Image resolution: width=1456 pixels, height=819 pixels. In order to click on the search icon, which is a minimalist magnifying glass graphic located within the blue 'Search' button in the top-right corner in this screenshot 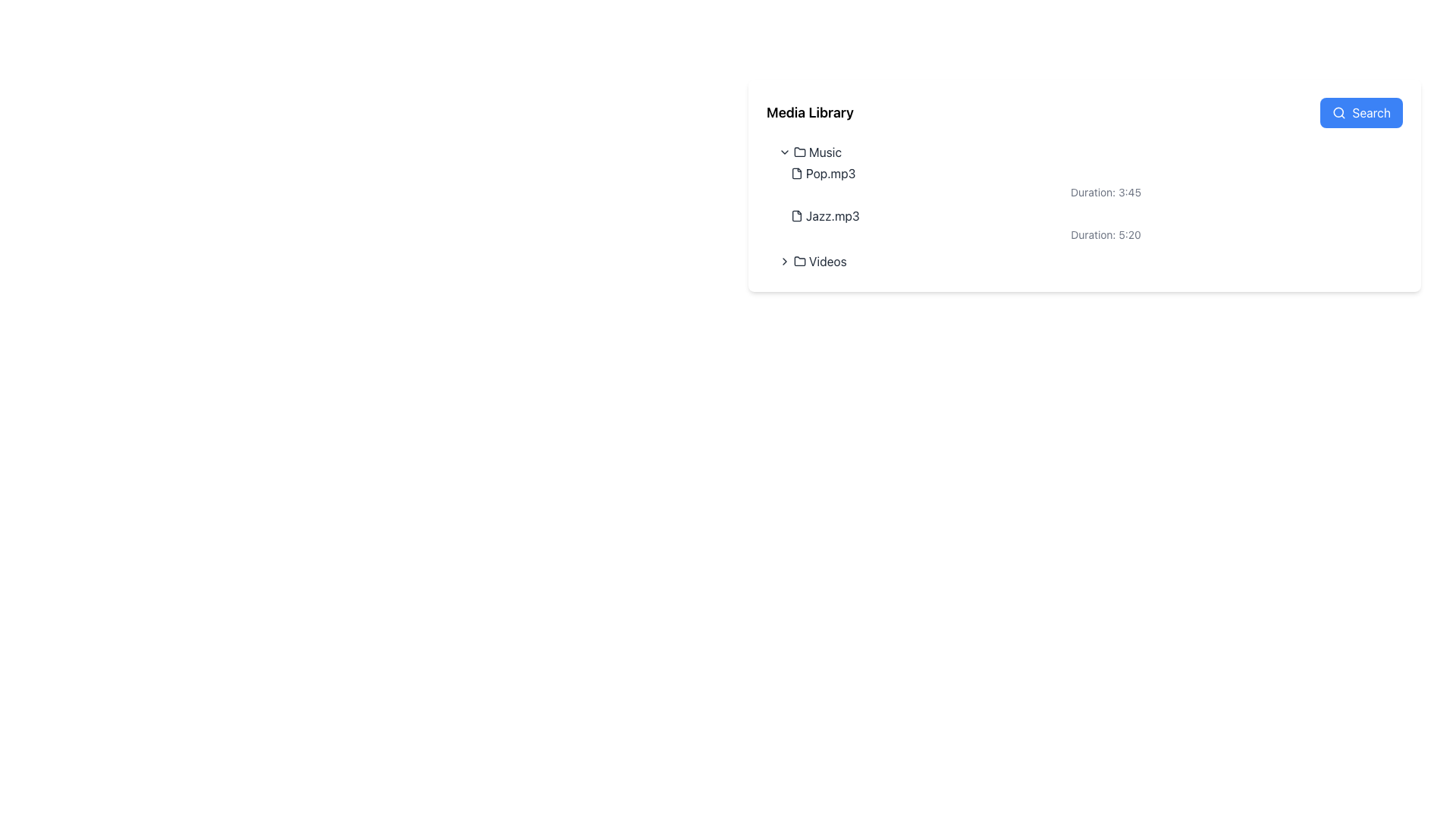, I will do `click(1339, 112)`.